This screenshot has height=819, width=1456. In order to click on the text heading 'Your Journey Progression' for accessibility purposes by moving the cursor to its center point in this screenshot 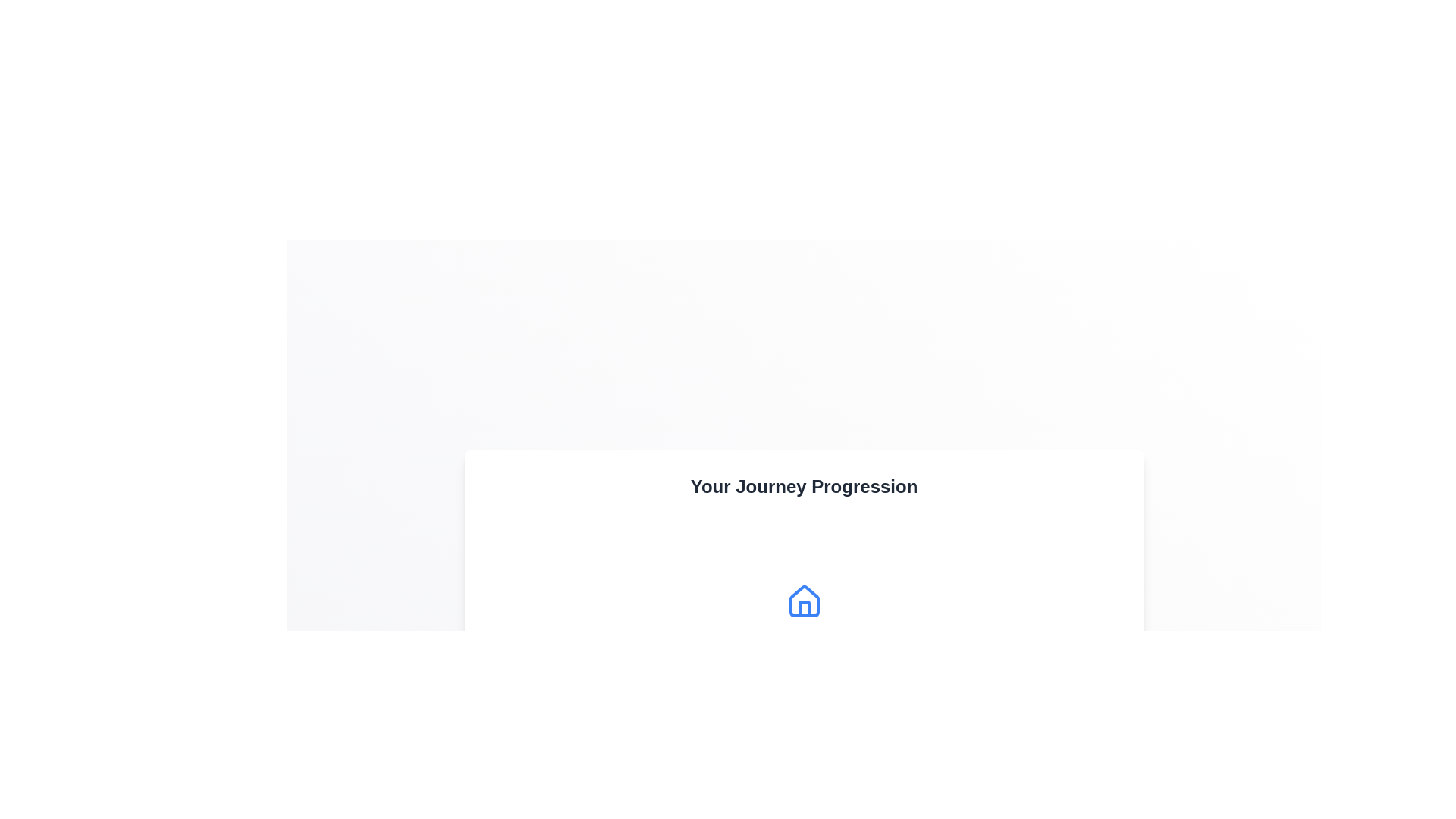, I will do `click(803, 486)`.